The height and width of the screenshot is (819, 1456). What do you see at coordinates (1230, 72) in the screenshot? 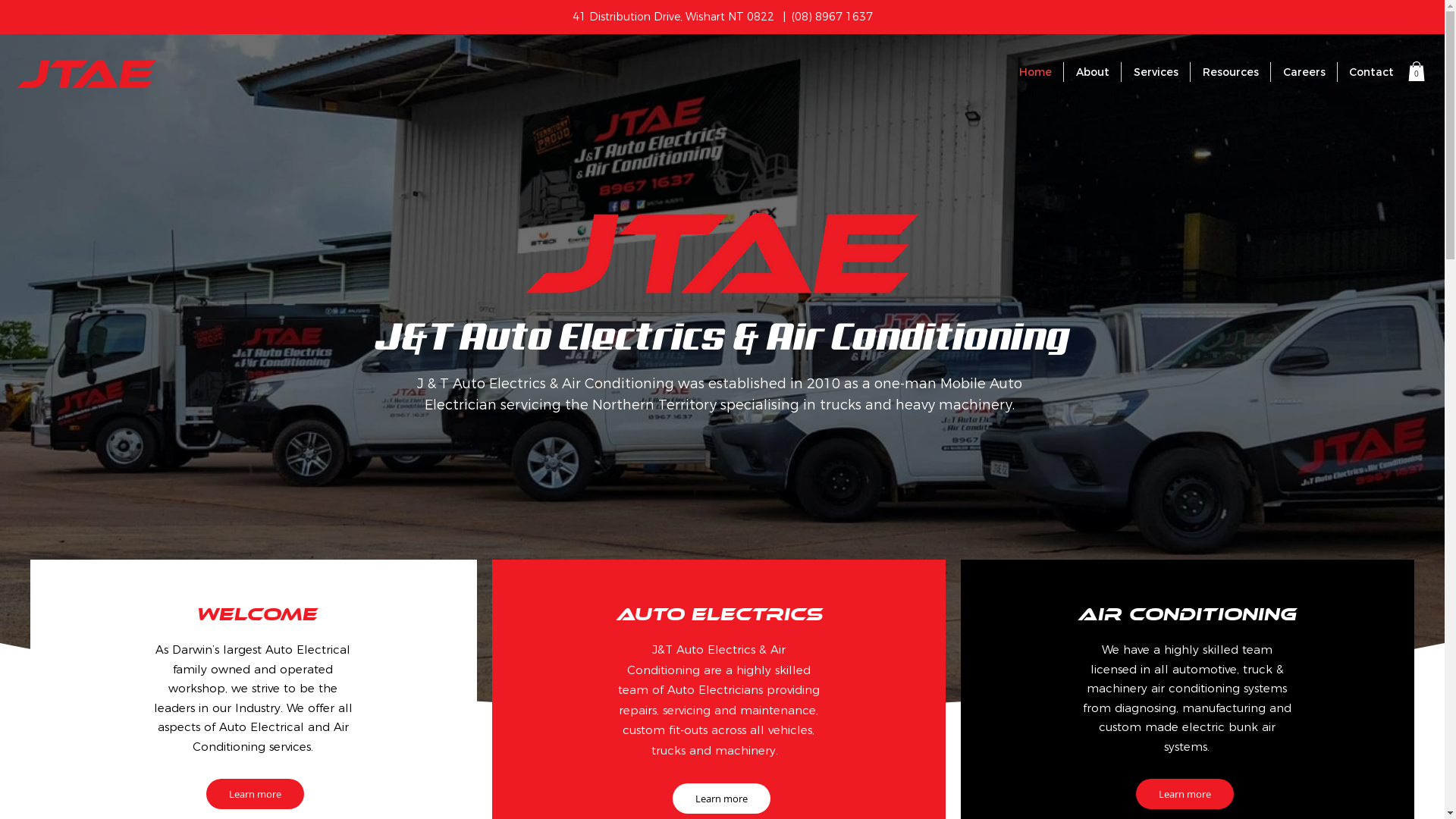
I see `'Resources'` at bounding box center [1230, 72].